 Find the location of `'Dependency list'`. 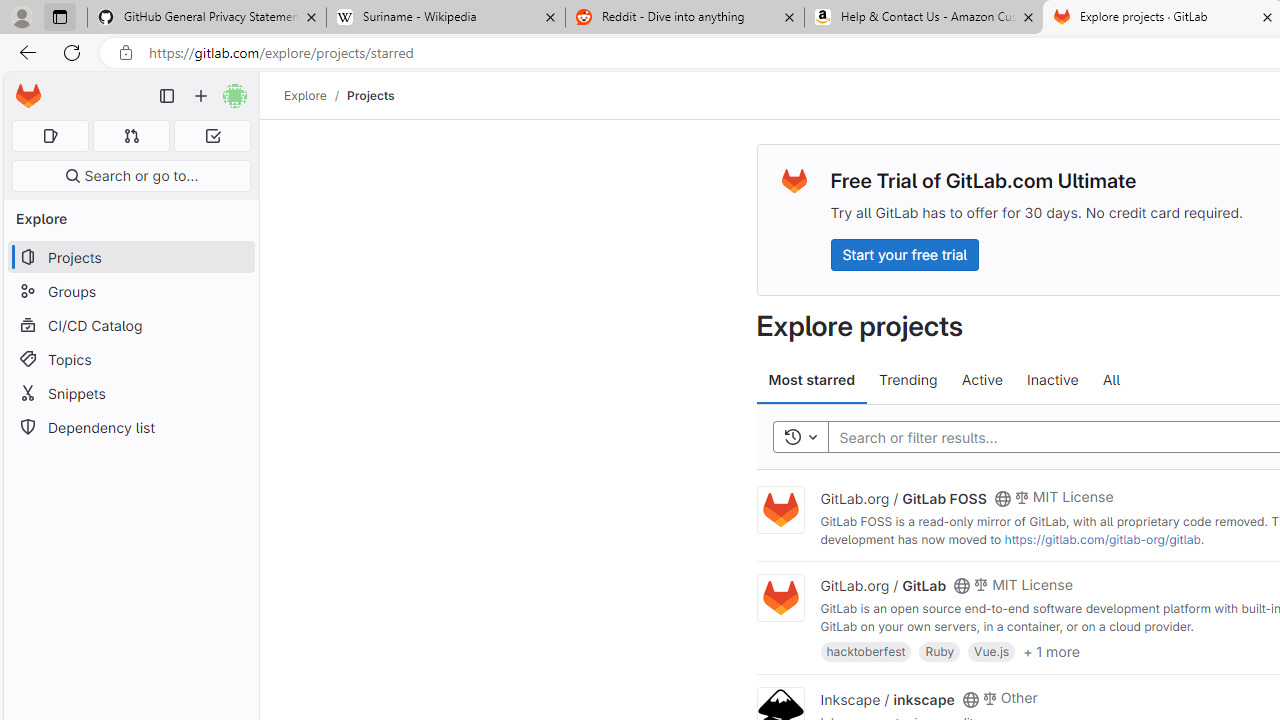

'Dependency list' is located at coordinates (130, 426).